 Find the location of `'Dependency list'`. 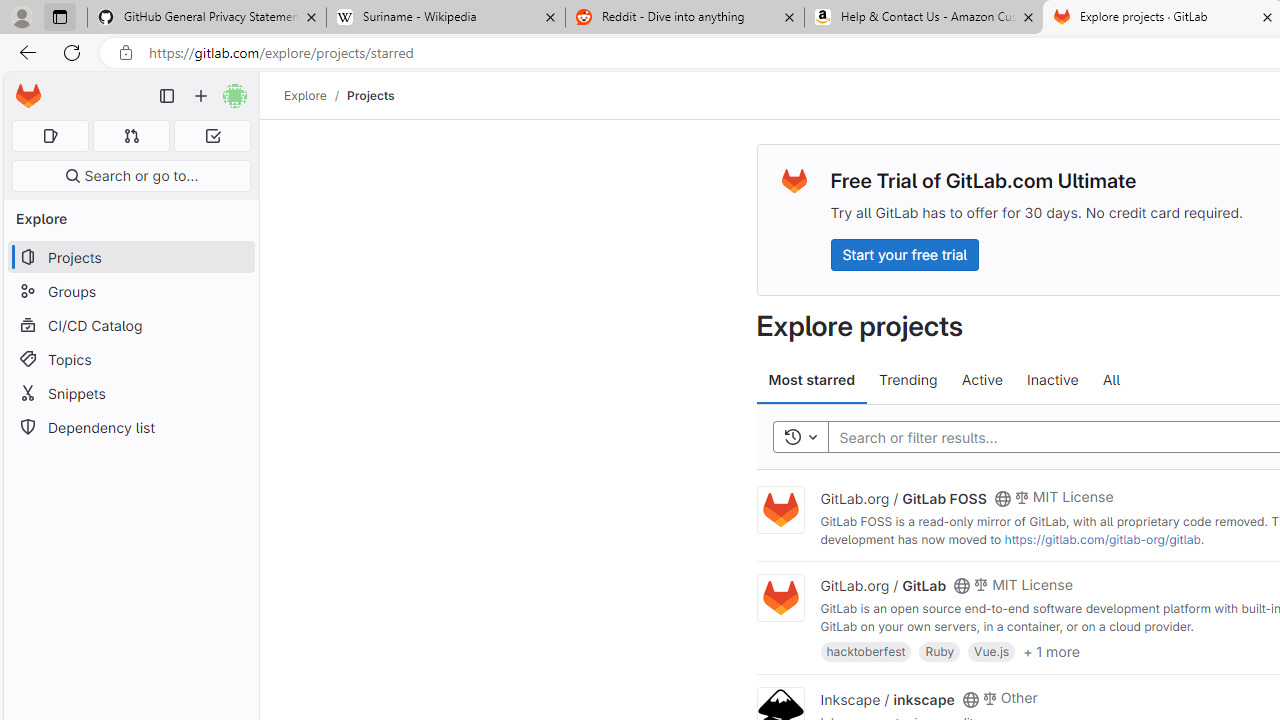

'Dependency list' is located at coordinates (130, 426).